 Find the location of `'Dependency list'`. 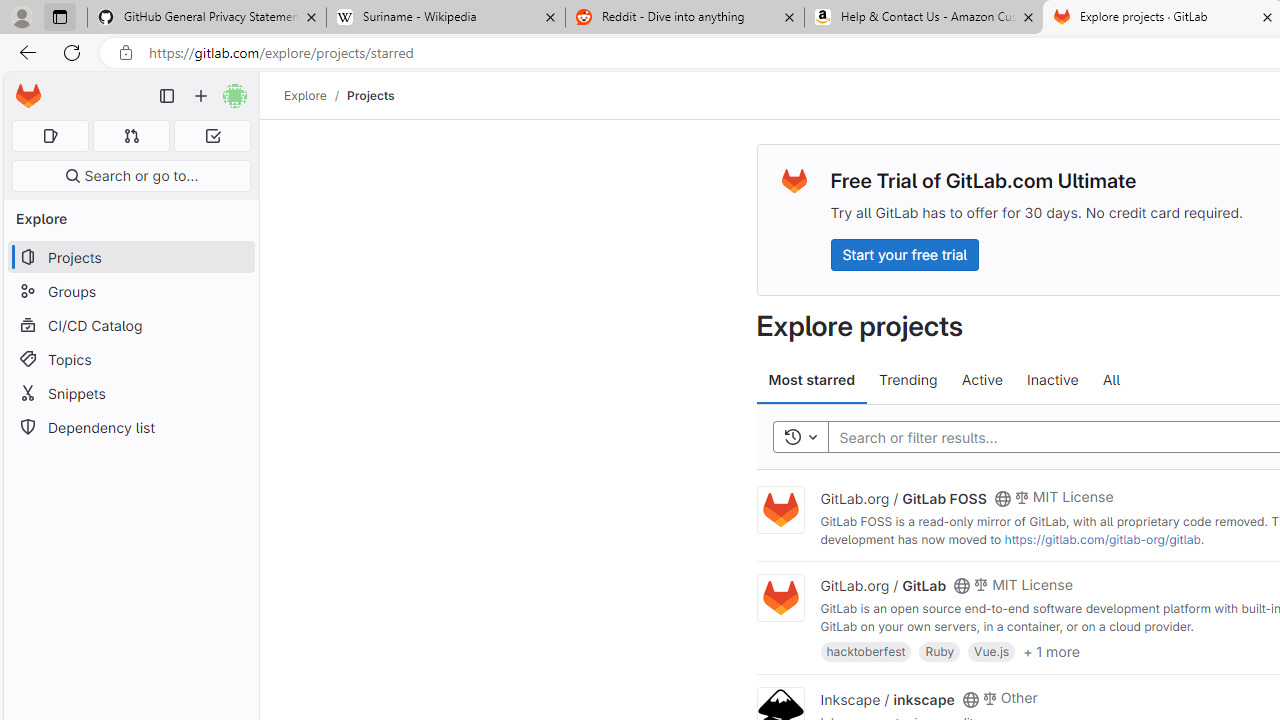

'Dependency list' is located at coordinates (130, 426).